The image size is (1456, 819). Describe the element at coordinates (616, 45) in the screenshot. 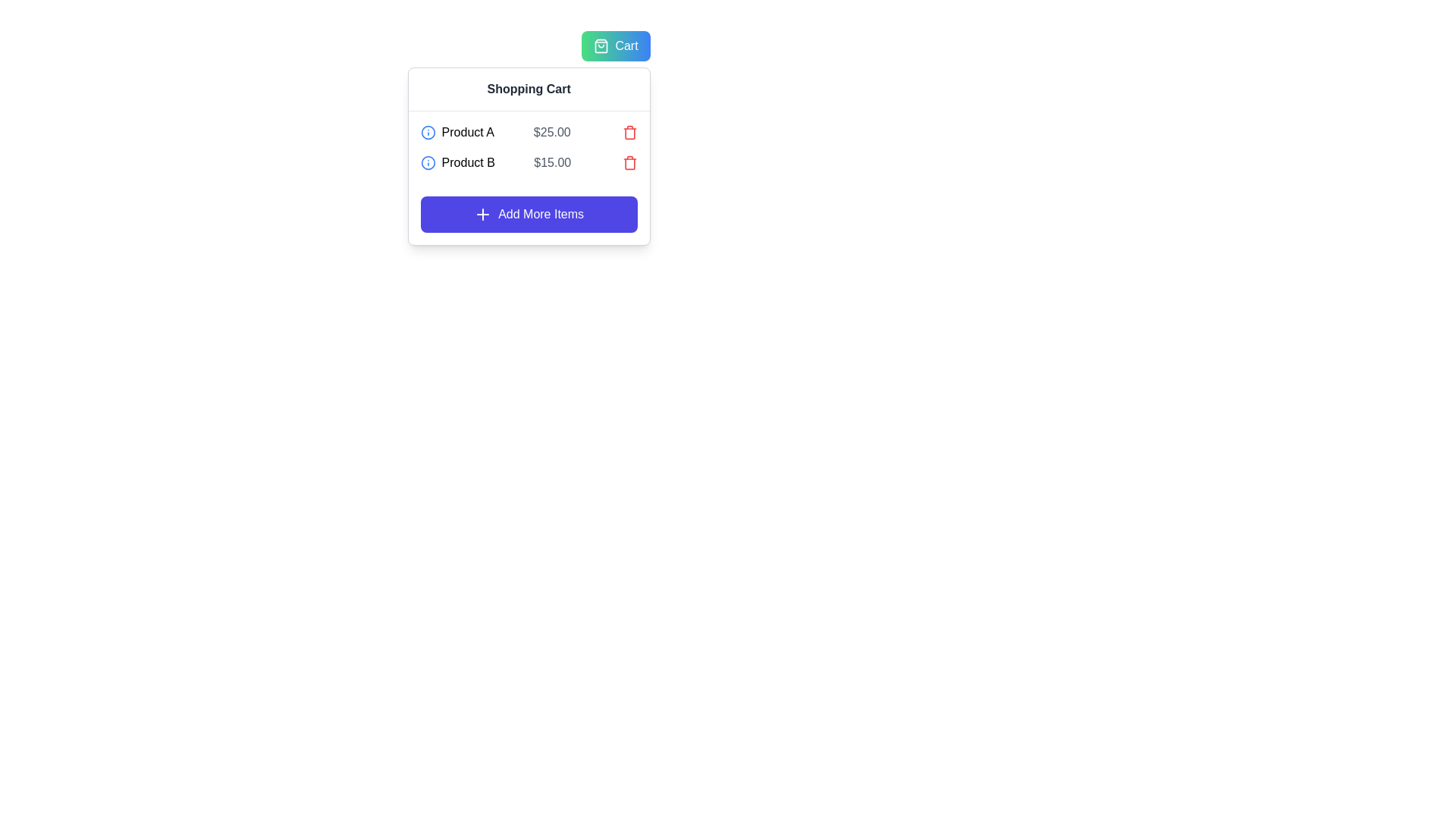

I see `the rectangular button with a green to blue gradient, featuring a white shopping bag icon and 'Cart' text` at that location.